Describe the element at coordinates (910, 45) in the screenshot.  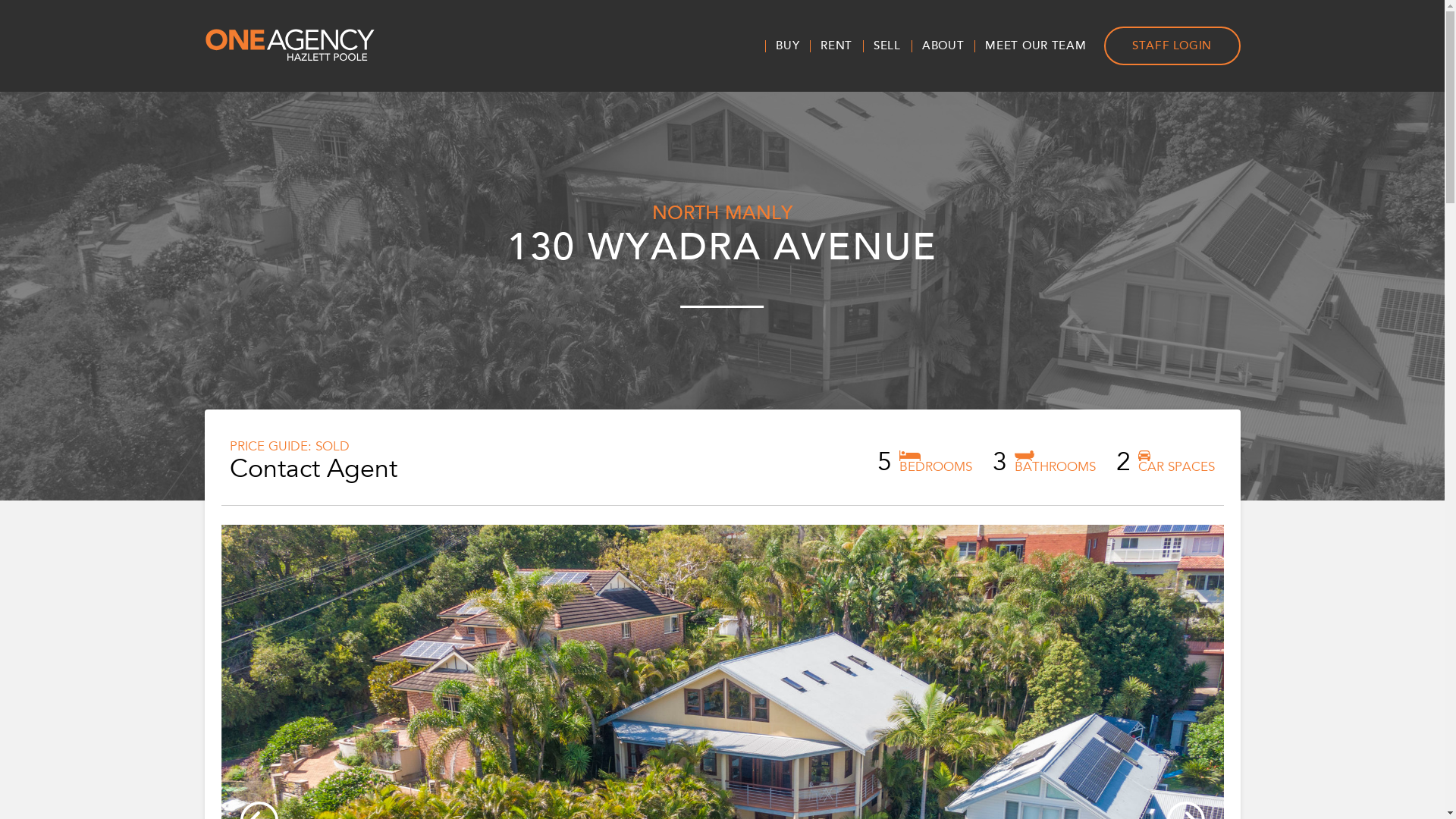
I see `'ABOUT'` at that location.